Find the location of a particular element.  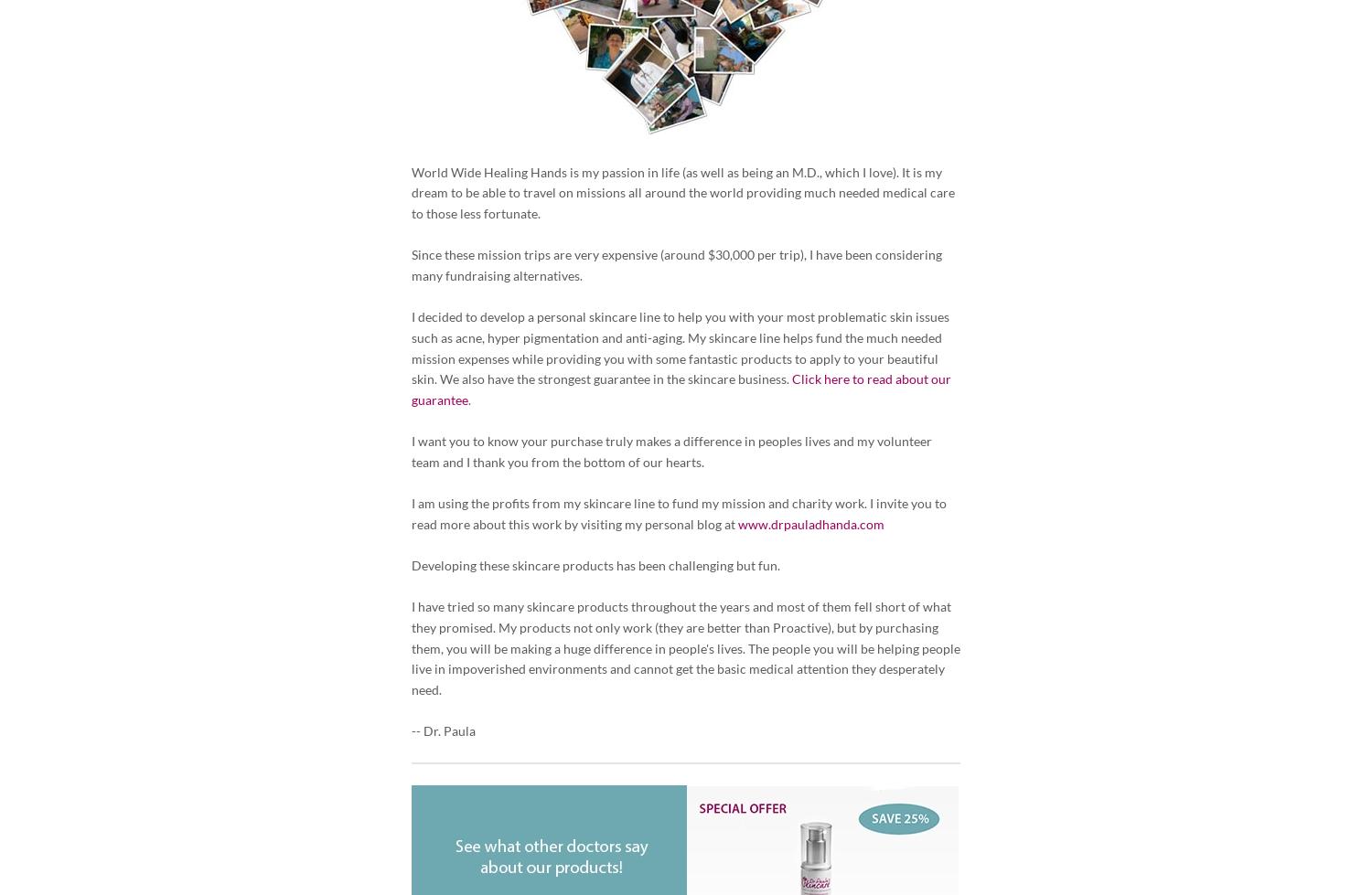

'www.drpauladhanda.com' is located at coordinates (810, 522).